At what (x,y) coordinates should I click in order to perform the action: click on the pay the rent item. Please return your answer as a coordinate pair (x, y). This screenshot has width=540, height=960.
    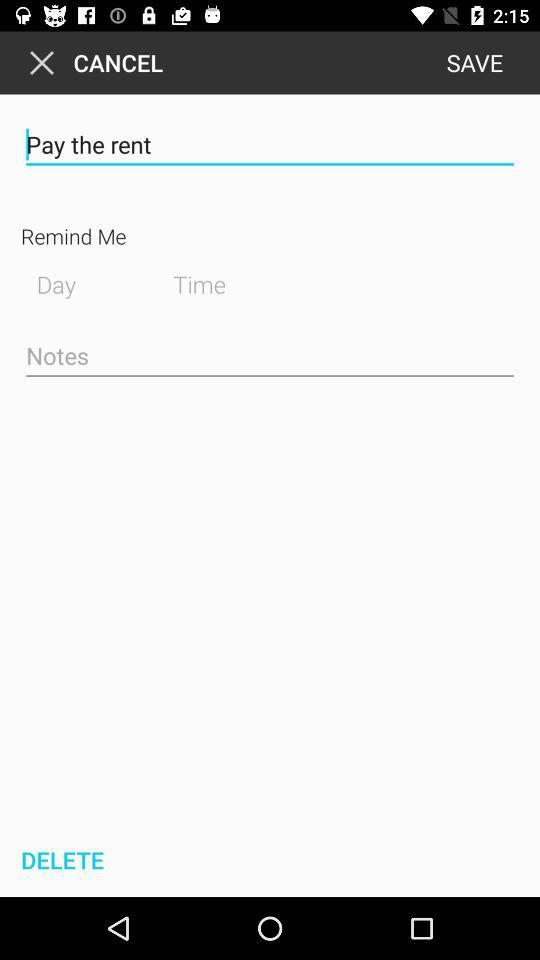
    Looking at the image, I should click on (270, 144).